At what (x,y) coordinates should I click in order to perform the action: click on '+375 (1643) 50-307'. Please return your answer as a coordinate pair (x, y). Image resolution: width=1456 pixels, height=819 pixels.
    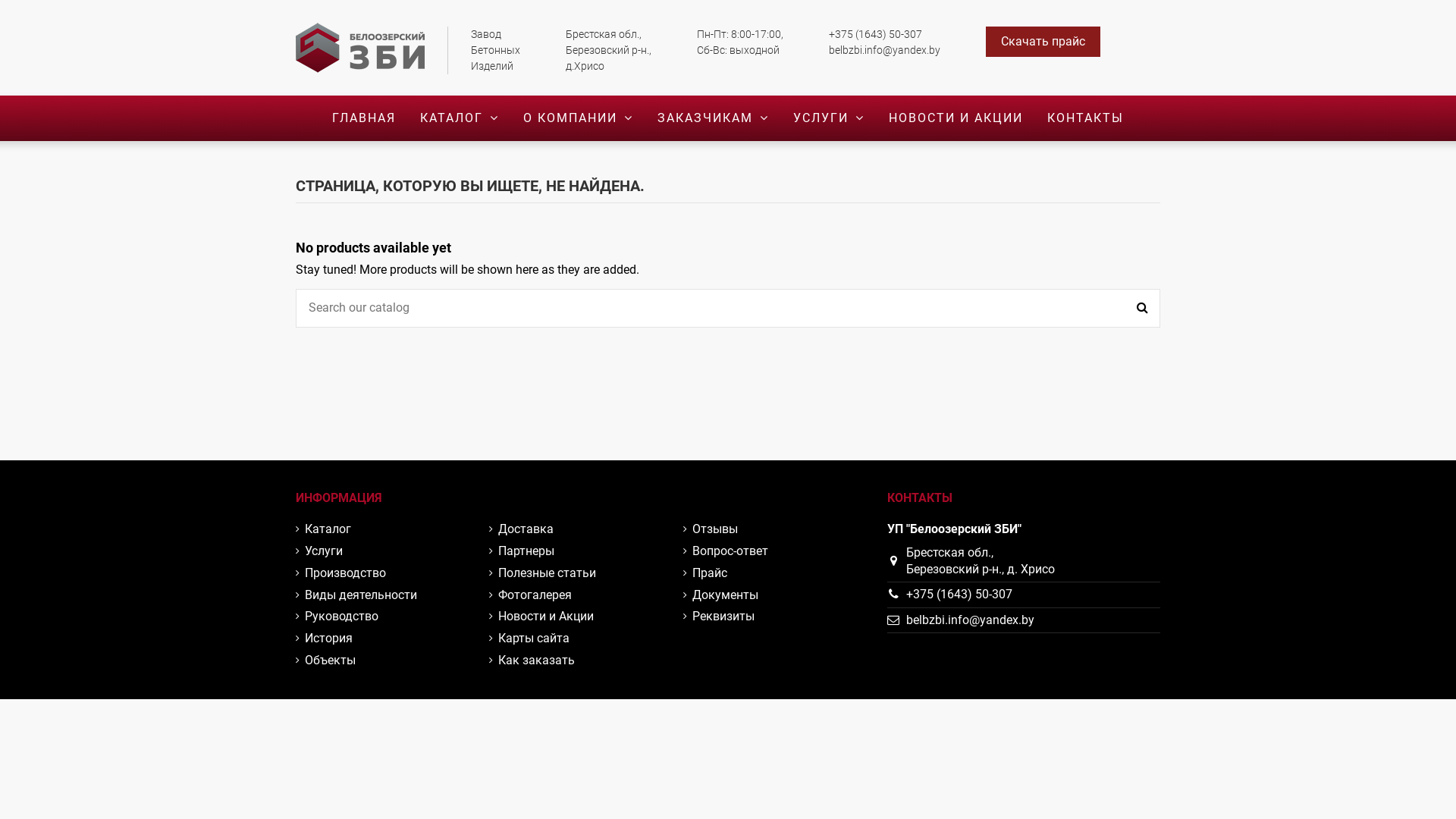
    Looking at the image, I should click on (959, 593).